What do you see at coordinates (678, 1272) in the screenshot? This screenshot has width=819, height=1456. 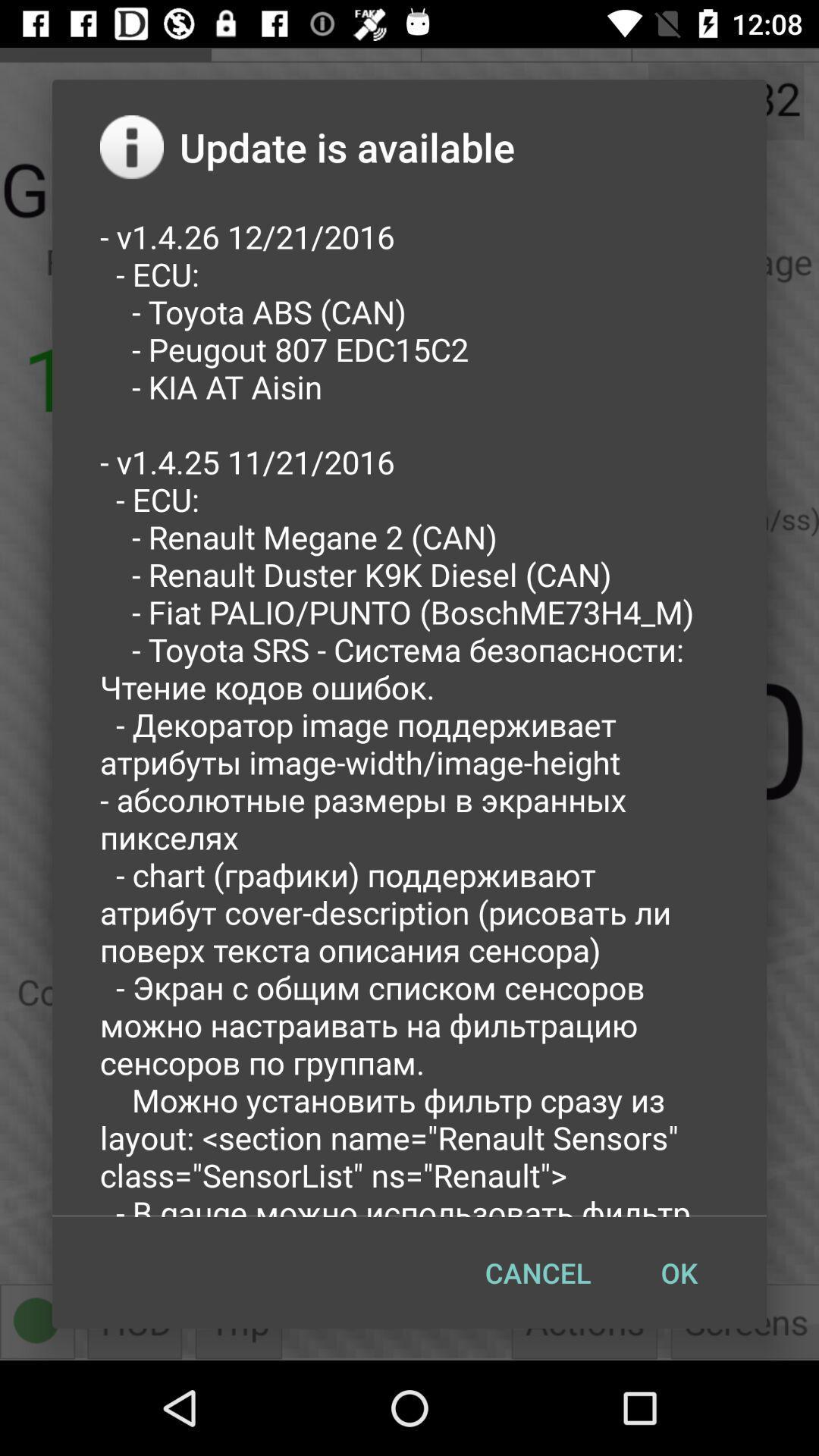 I see `icon below v1 4 26 item` at bounding box center [678, 1272].